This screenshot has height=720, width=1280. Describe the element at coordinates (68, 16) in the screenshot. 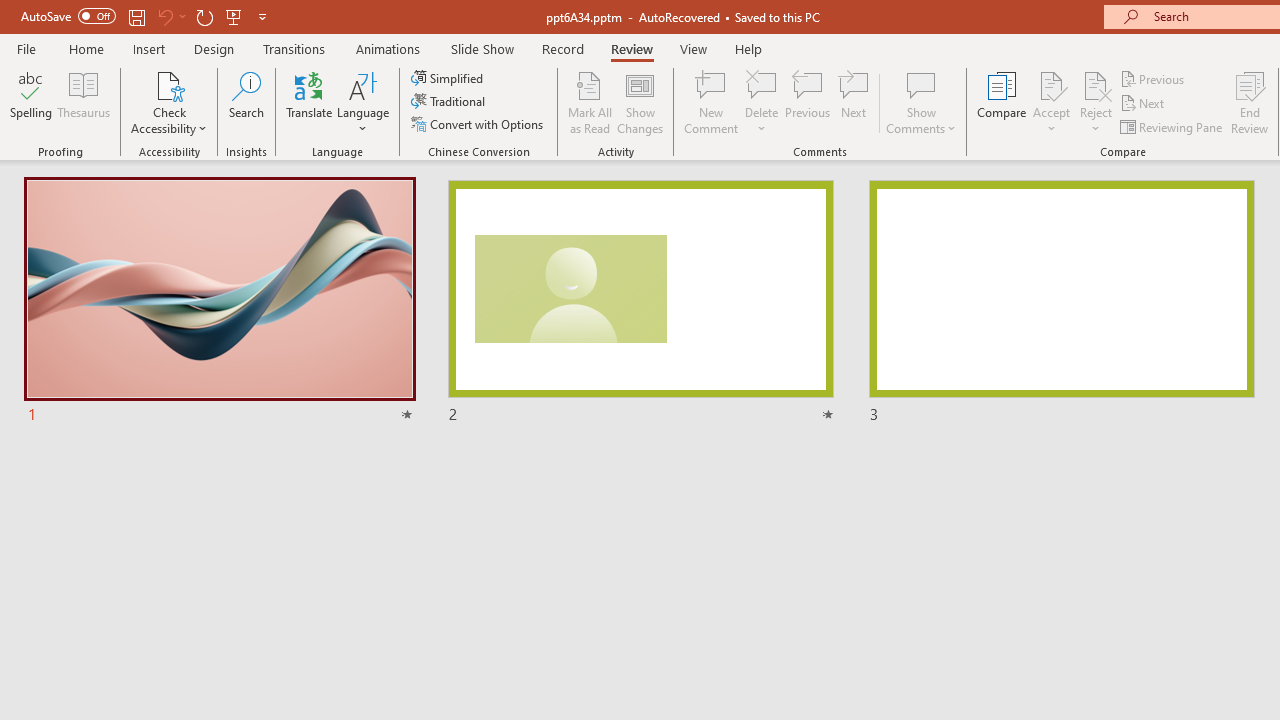

I see `'AutoSave'` at that location.